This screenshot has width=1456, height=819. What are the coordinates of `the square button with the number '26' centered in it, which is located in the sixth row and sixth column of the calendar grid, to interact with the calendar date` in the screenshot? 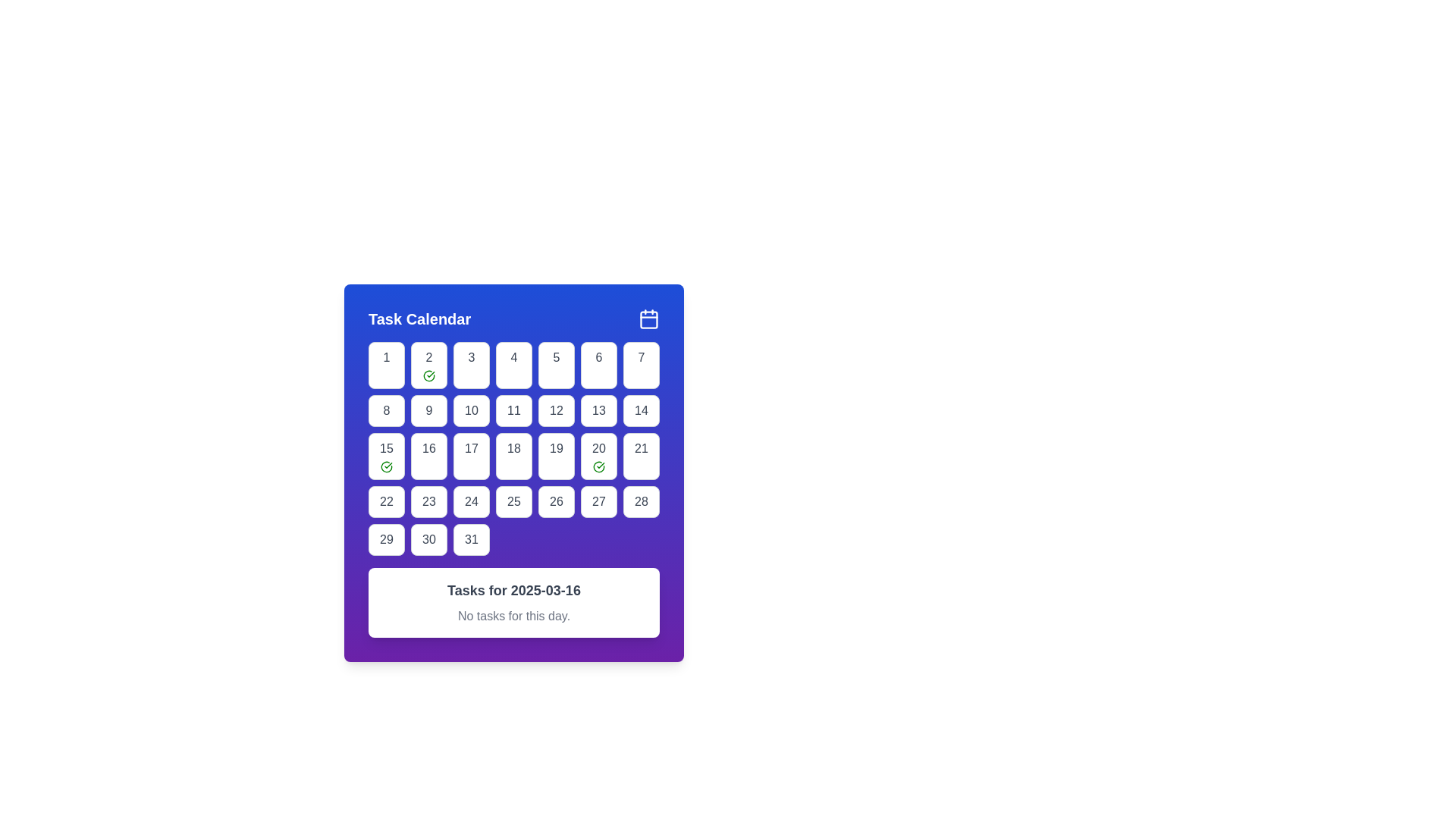 It's located at (556, 502).